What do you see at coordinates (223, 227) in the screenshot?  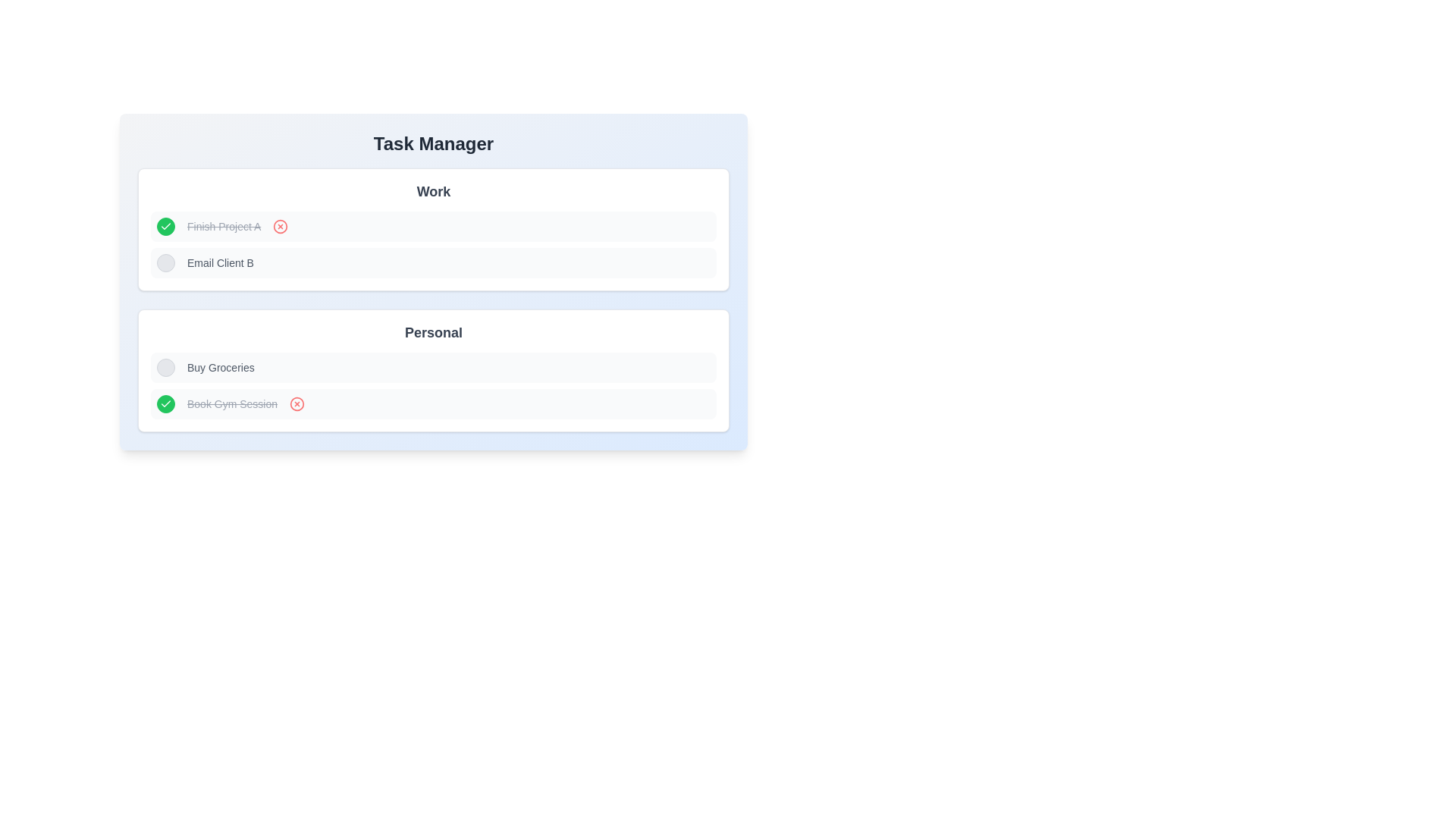 I see `the static text label displaying 'Finish Project A', which is styled with a gray line-through to indicate completion in the task manager interface` at bounding box center [223, 227].